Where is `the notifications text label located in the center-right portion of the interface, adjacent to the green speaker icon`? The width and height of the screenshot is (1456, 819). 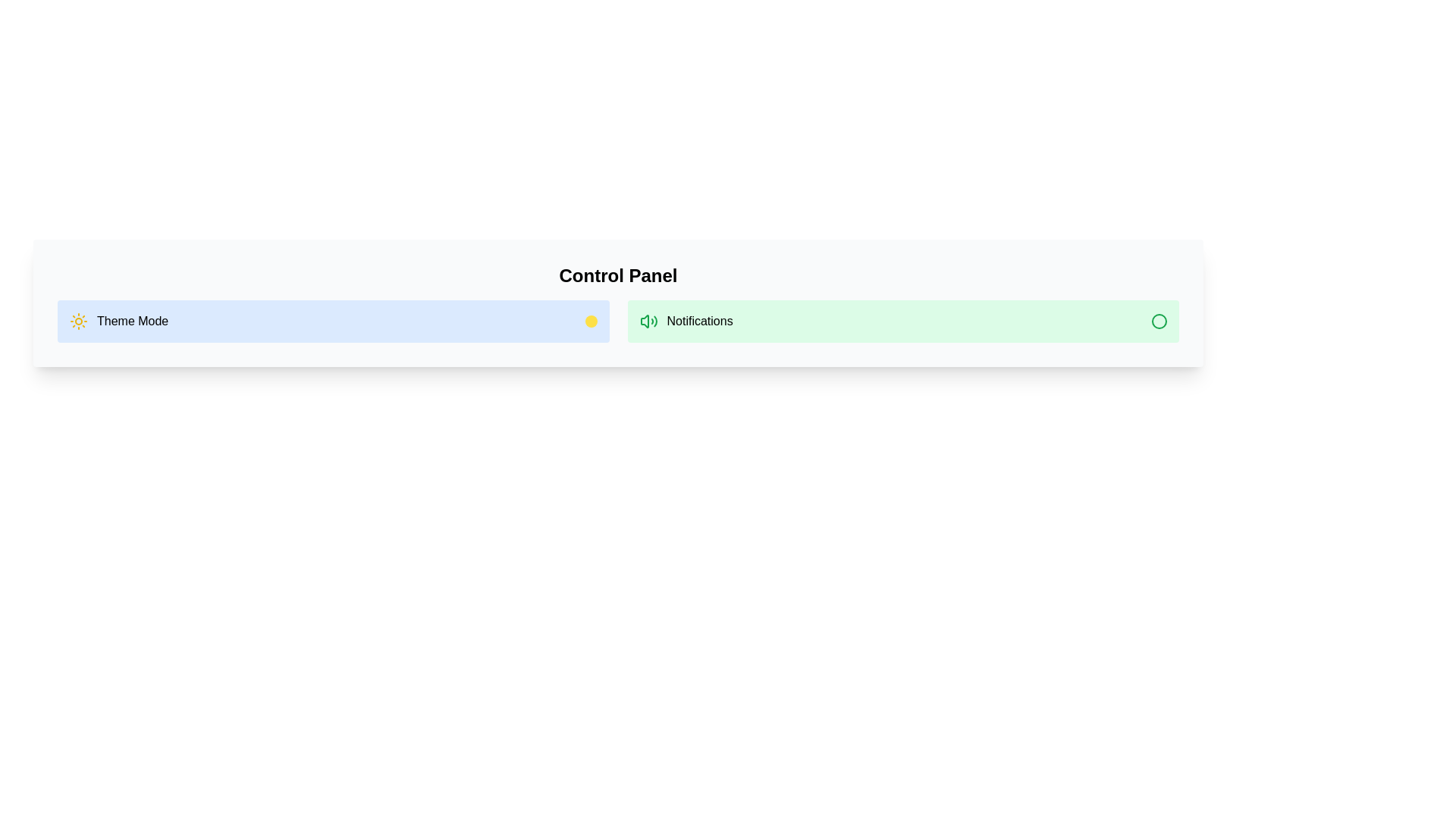
the notifications text label located in the center-right portion of the interface, adjacent to the green speaker icon is located at coordinates (699, 321).